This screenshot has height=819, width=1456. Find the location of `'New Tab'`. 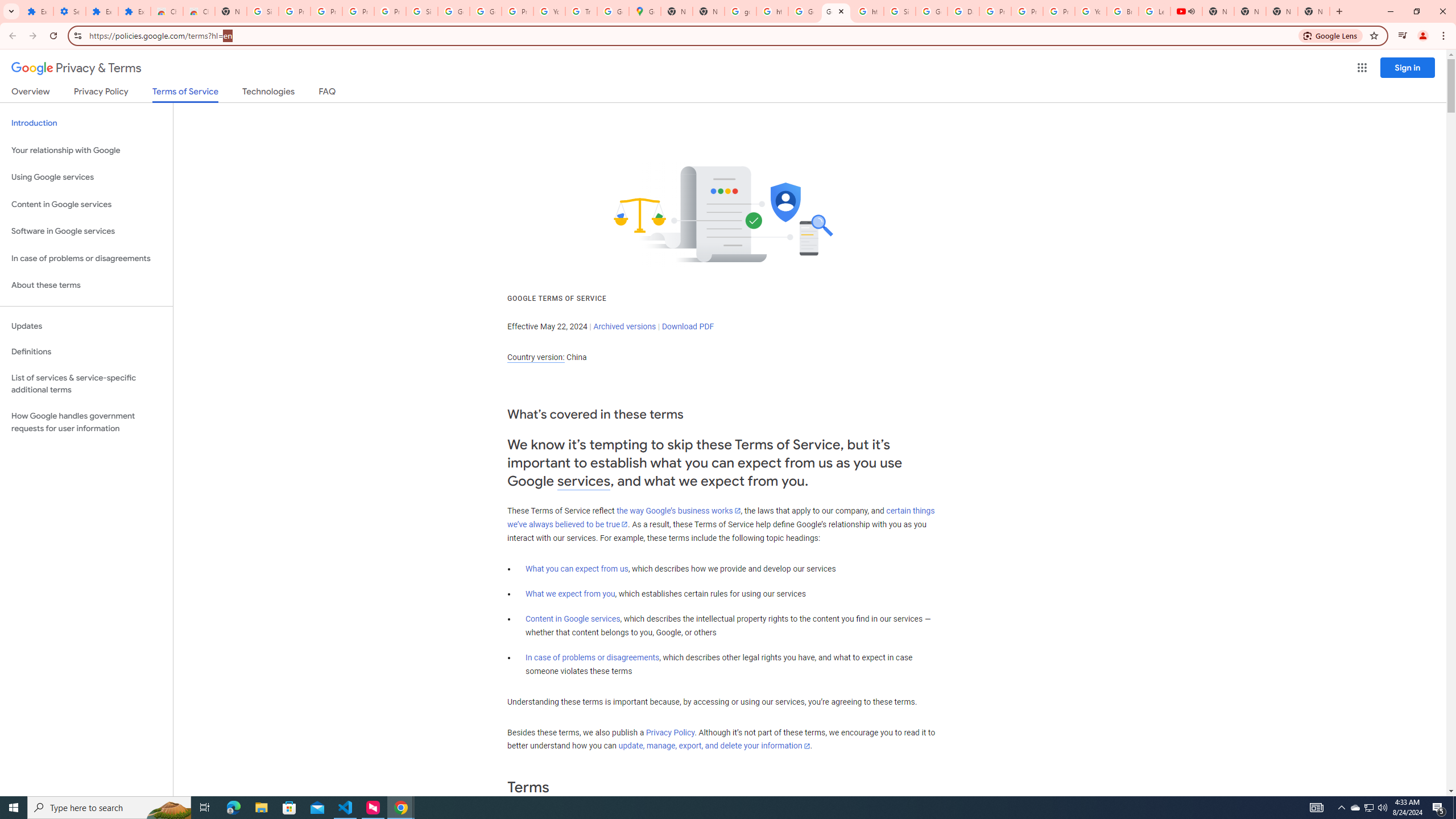

'New Tab' is located at coordinates (1314, 11).